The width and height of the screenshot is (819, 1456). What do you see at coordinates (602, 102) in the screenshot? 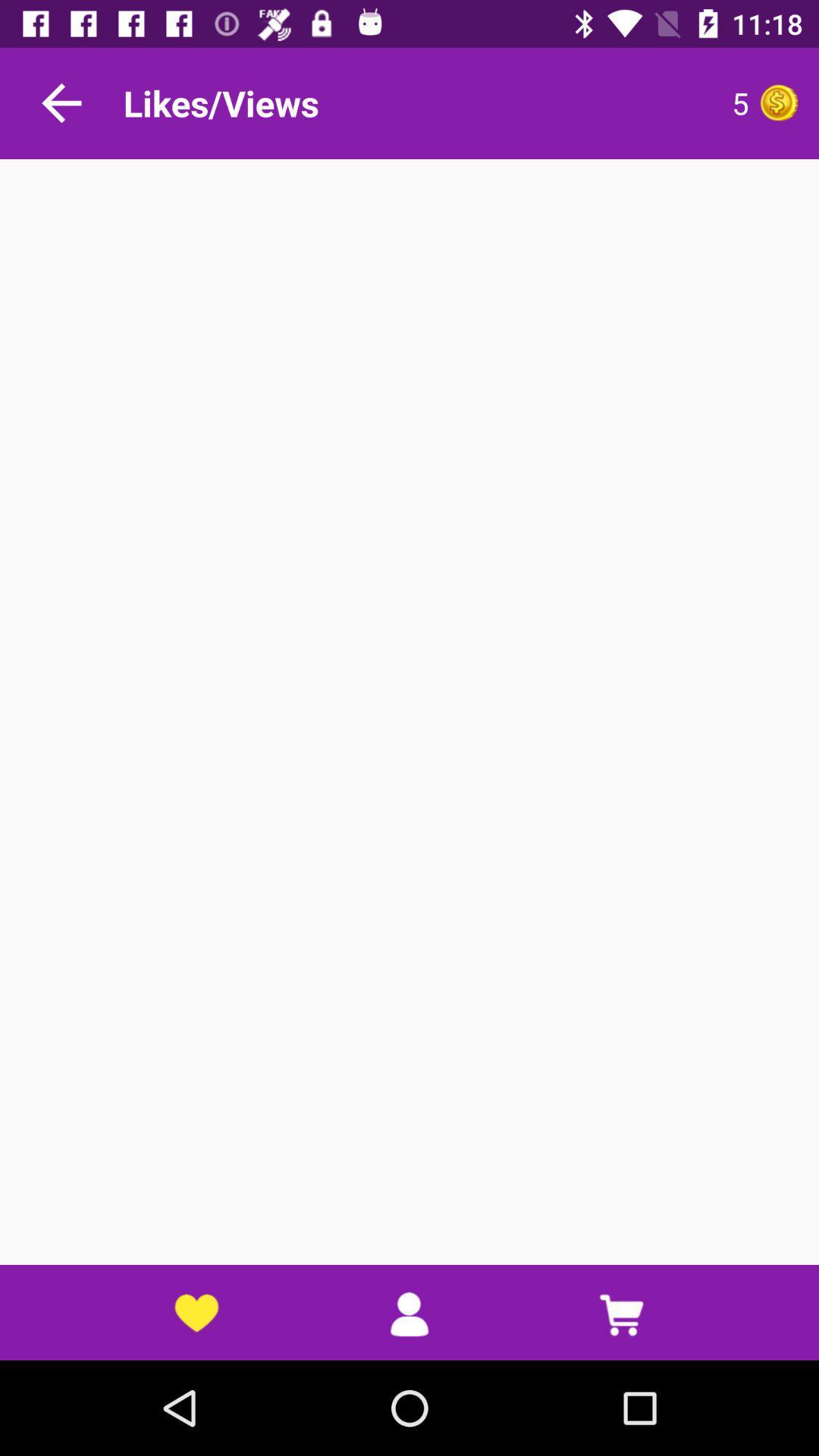
I see `the item next to likes/views icon` at bounding box center [602, 102].